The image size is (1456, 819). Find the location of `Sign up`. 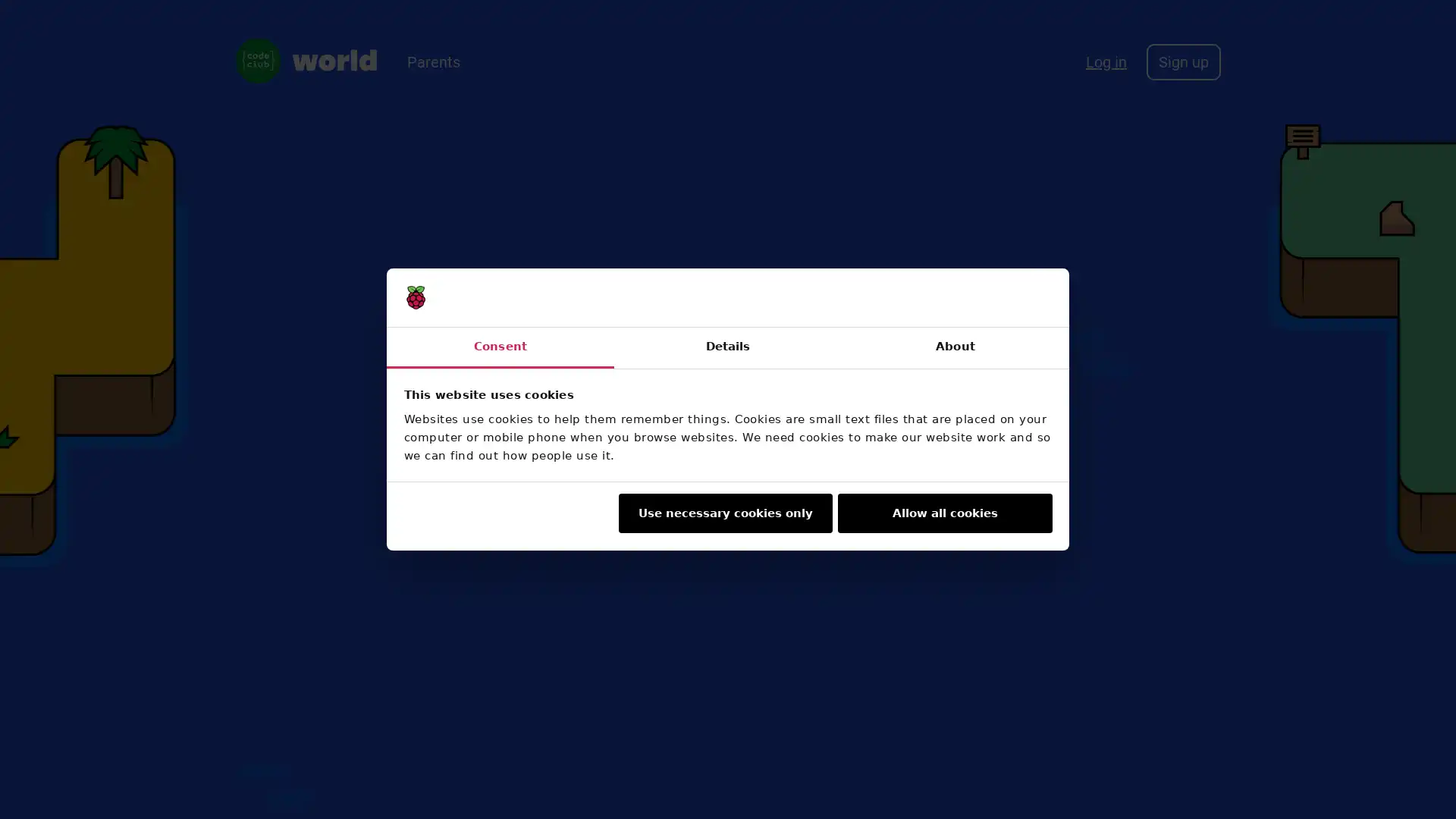

Sign up is located at coordinates (1182, 61).